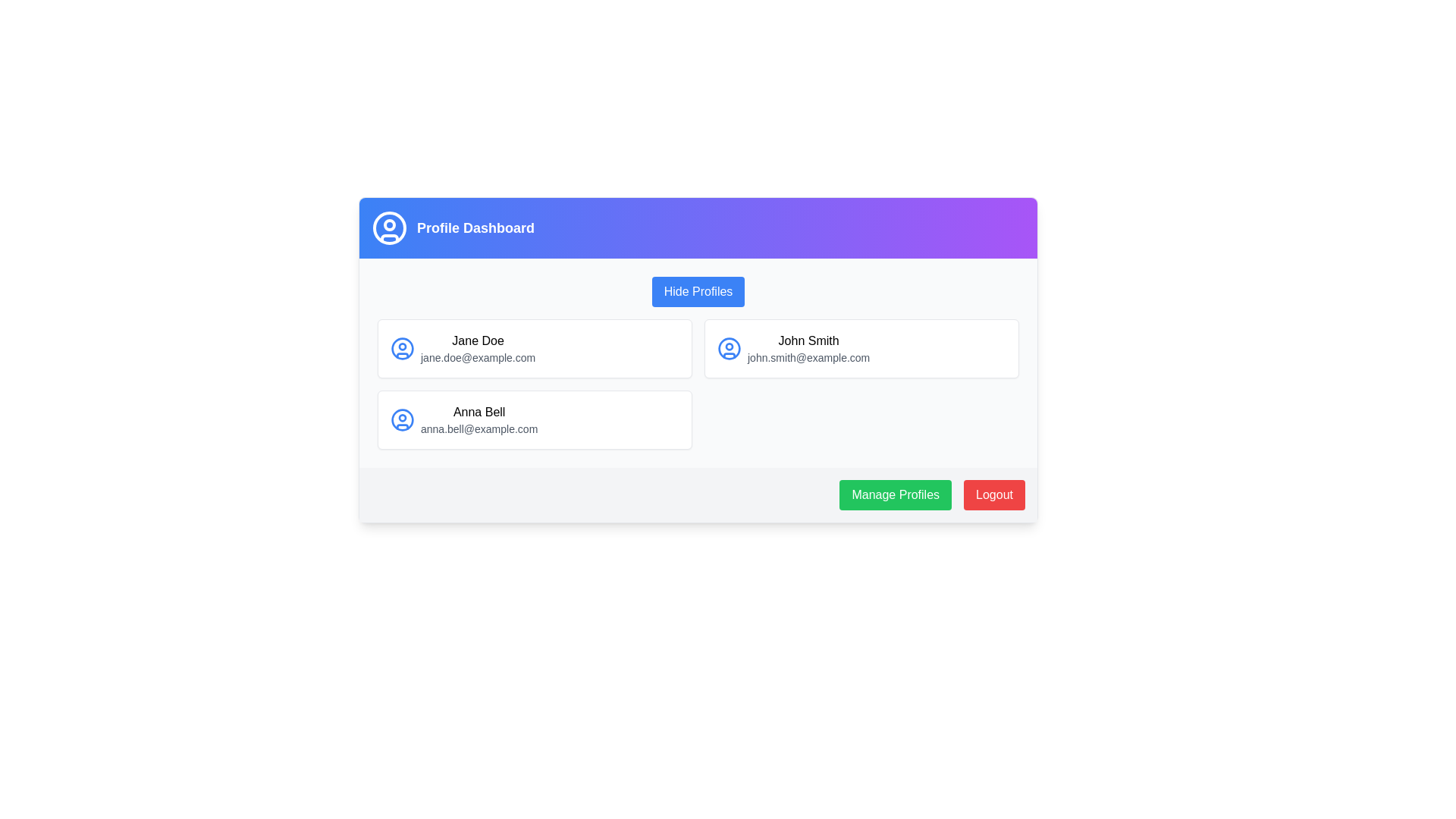 The image size is (1456, 819). I want to click on the text label displaying the name 'John Smith' in the profile card under the 'Profile Dashboard' section, positioned above the email text, so click(808, 341).